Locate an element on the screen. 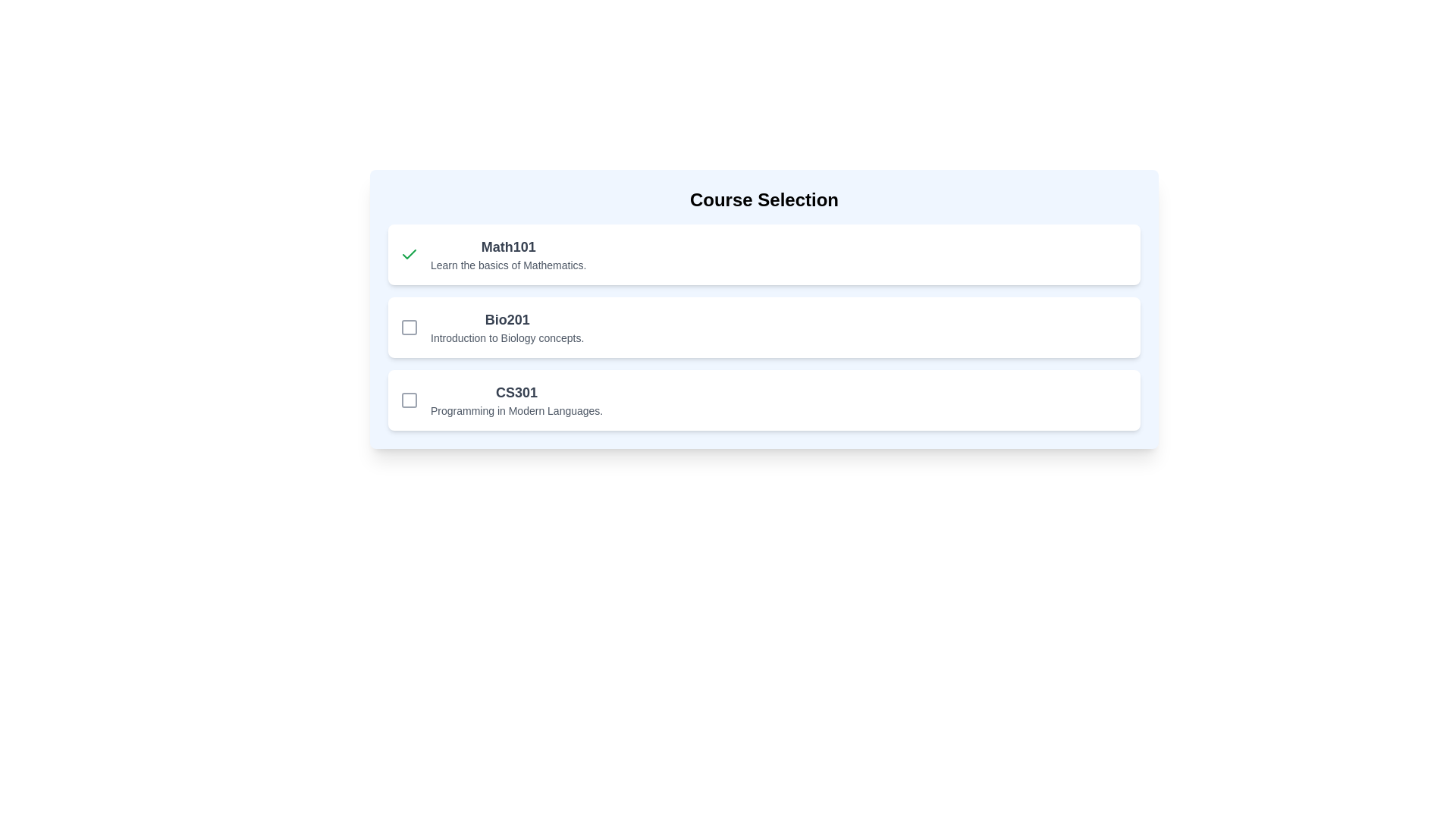  the small square checkbox located at the lower-right corner of the interface is located at coordinates (409, 400).